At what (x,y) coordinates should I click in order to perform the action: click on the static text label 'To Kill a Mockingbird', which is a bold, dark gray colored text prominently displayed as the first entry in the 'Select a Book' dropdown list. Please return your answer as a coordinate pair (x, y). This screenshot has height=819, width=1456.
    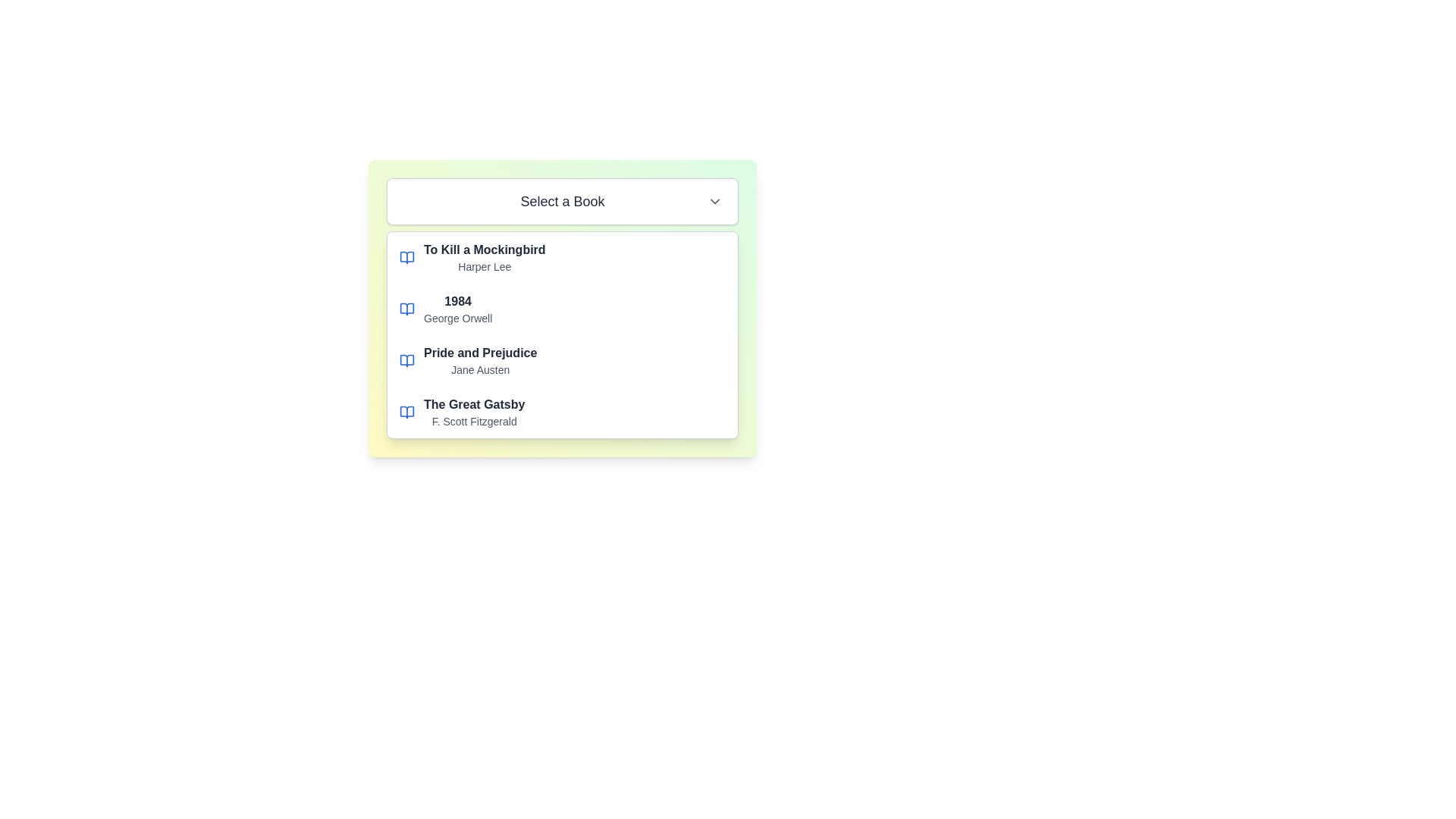
    Looking at the image, I should click on (484, 249).